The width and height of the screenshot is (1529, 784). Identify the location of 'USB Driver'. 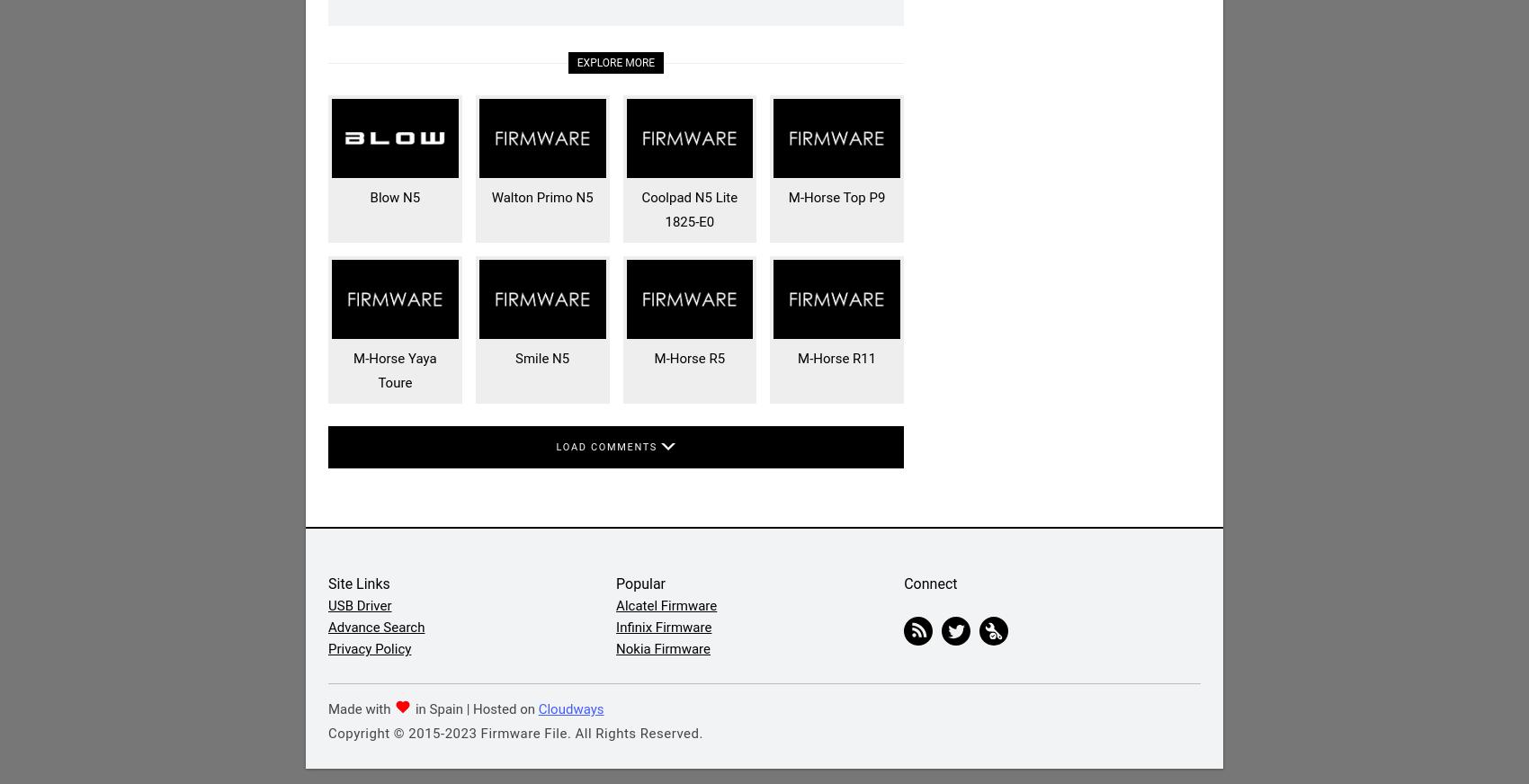
(359, 604).